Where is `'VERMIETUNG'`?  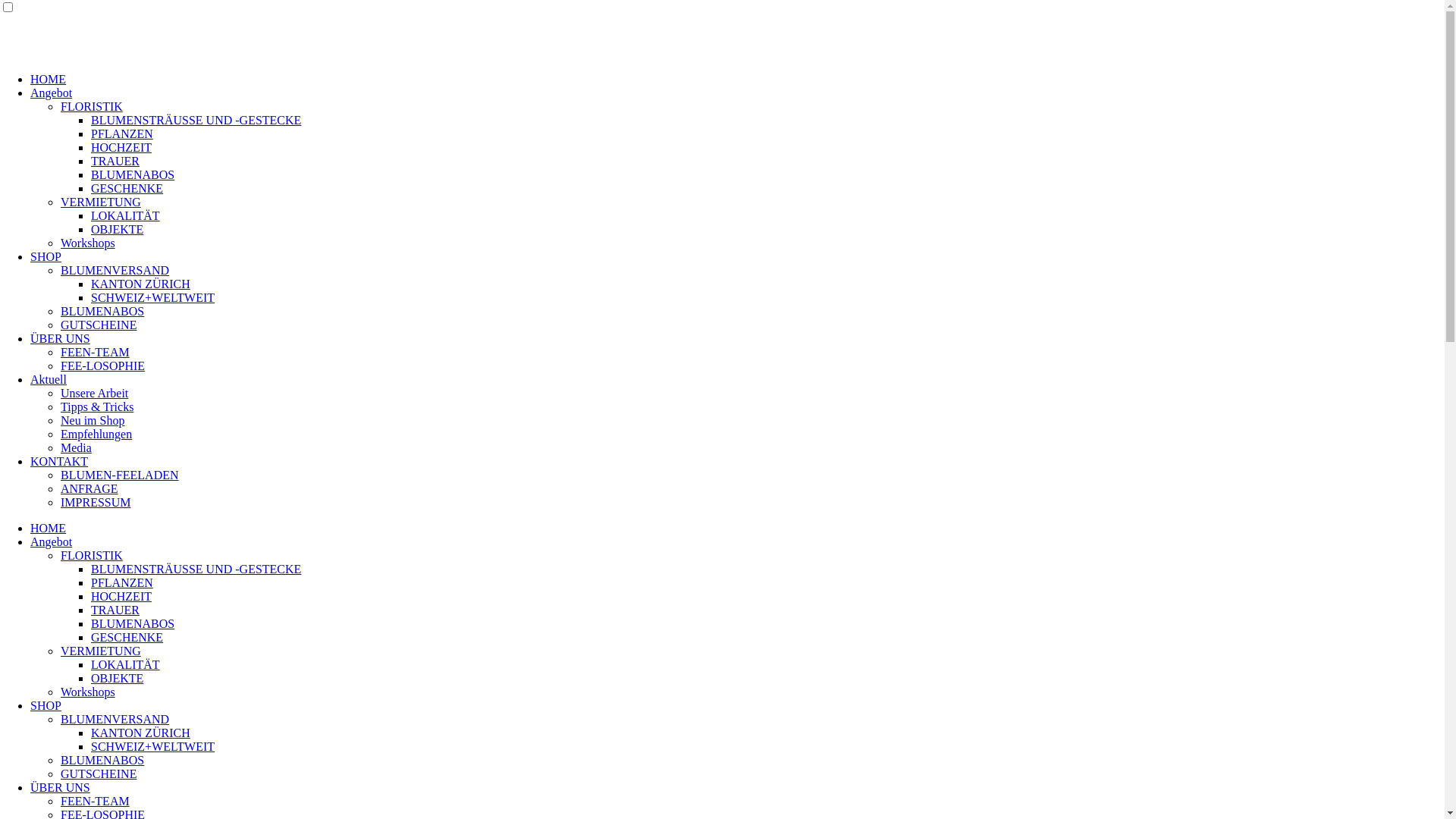 'VERMIETUNG' is located at coordinates (100, 650).